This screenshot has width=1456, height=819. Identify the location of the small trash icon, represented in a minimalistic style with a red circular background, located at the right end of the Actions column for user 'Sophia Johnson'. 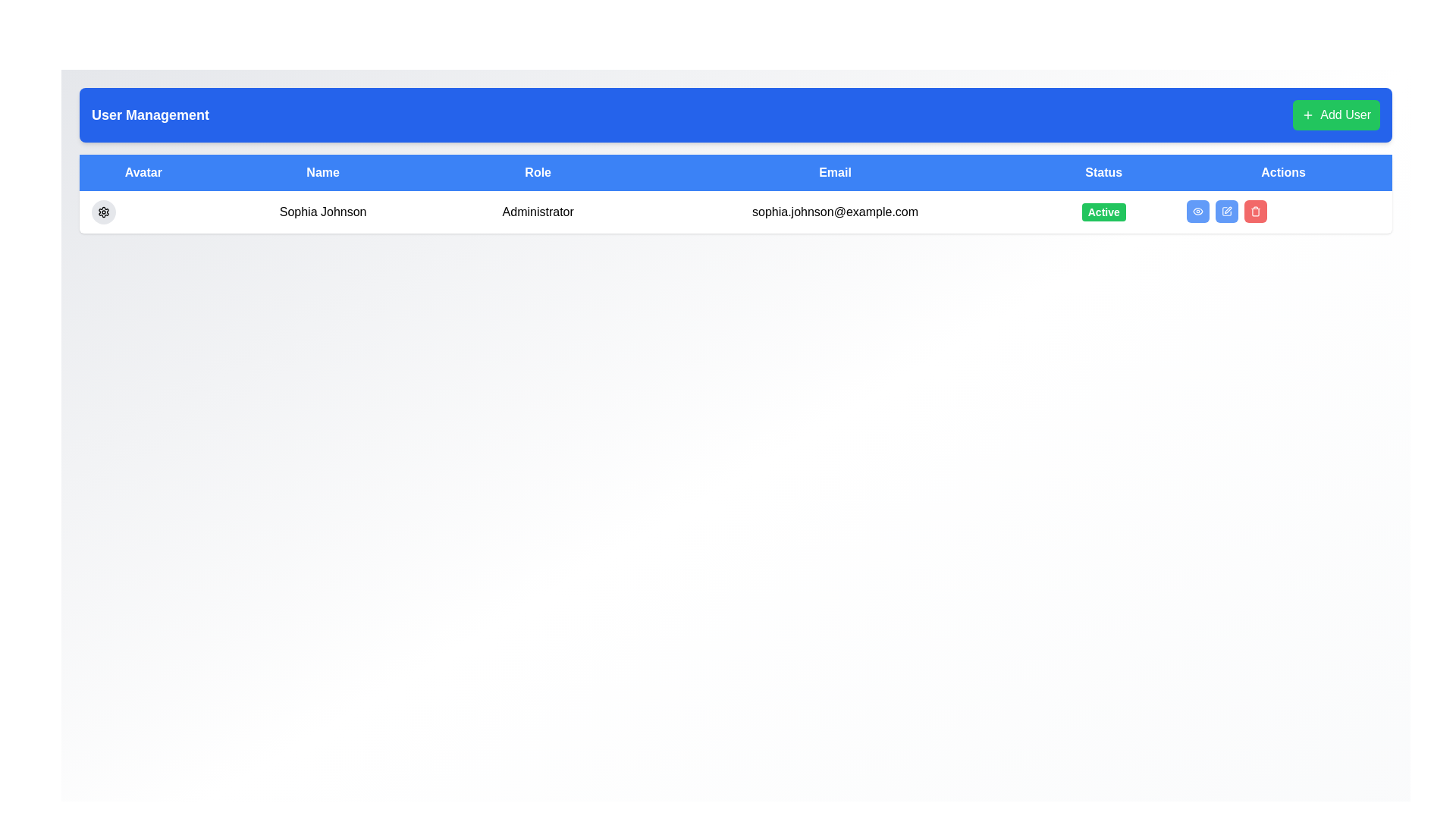
(1256, 211).